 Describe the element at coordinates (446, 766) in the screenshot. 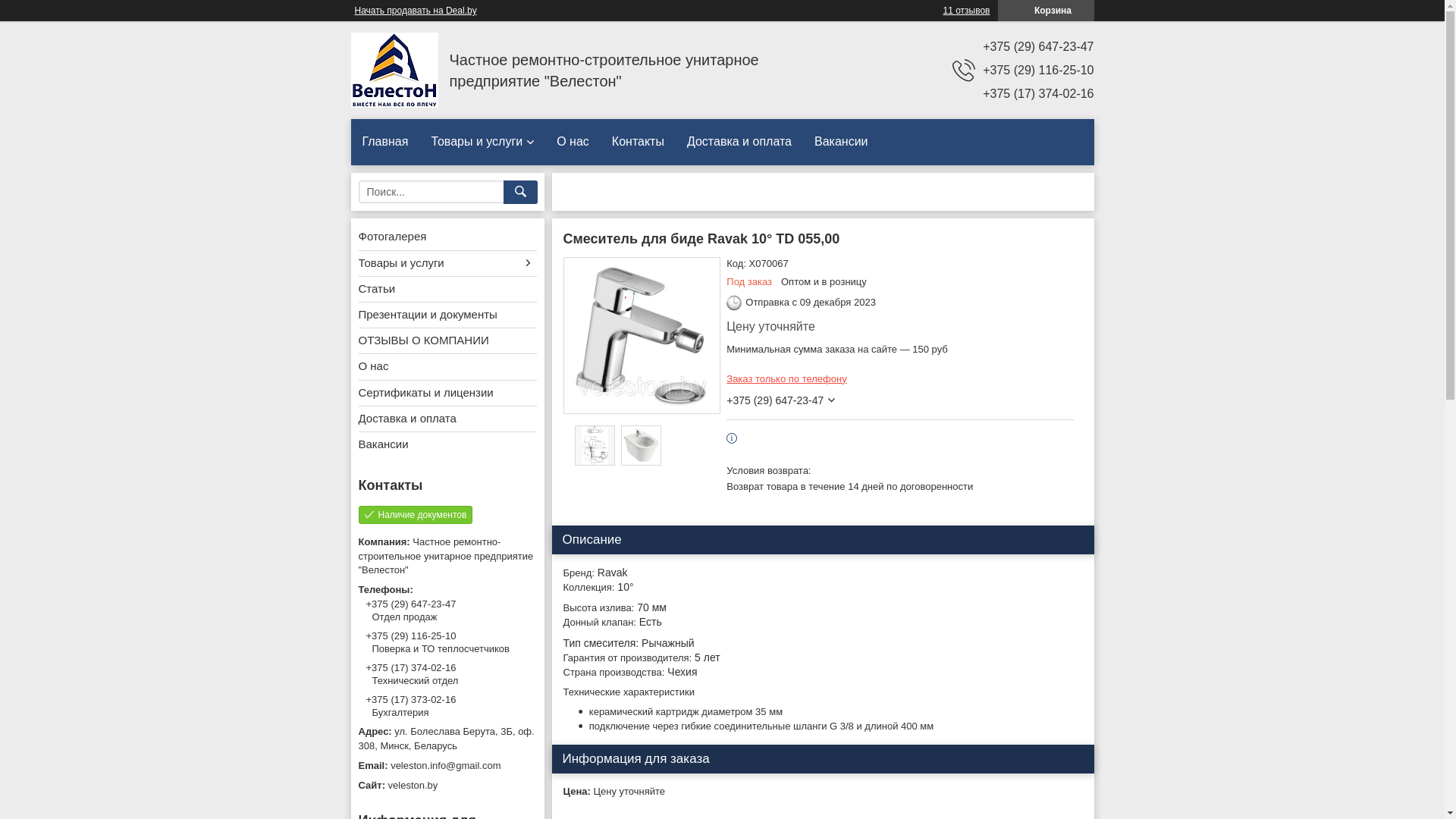

I see `'veleston.info@gmail.com'` at that location.